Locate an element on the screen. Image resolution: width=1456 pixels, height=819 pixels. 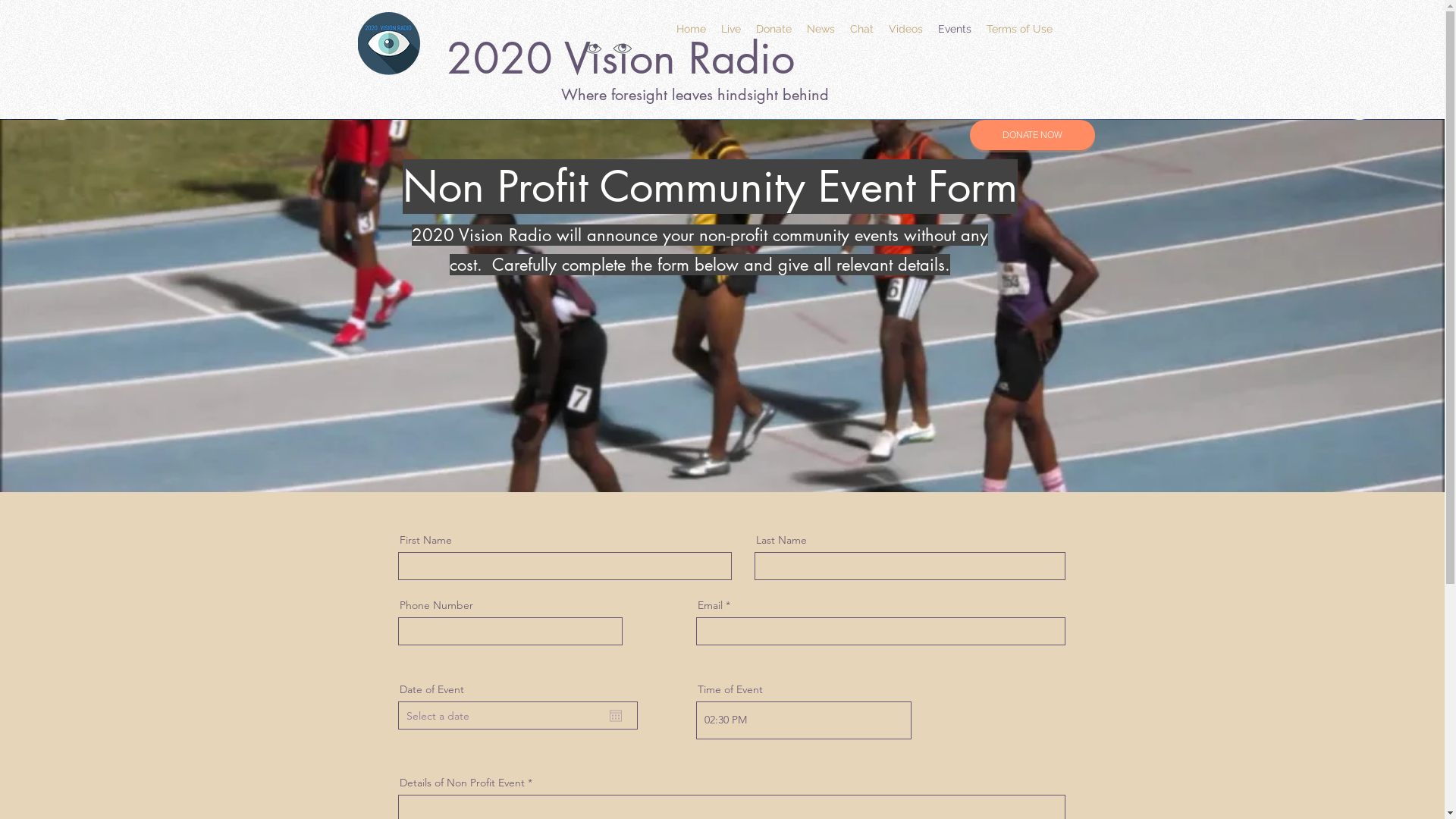
'Chat' is located at coordinates (840, 29).